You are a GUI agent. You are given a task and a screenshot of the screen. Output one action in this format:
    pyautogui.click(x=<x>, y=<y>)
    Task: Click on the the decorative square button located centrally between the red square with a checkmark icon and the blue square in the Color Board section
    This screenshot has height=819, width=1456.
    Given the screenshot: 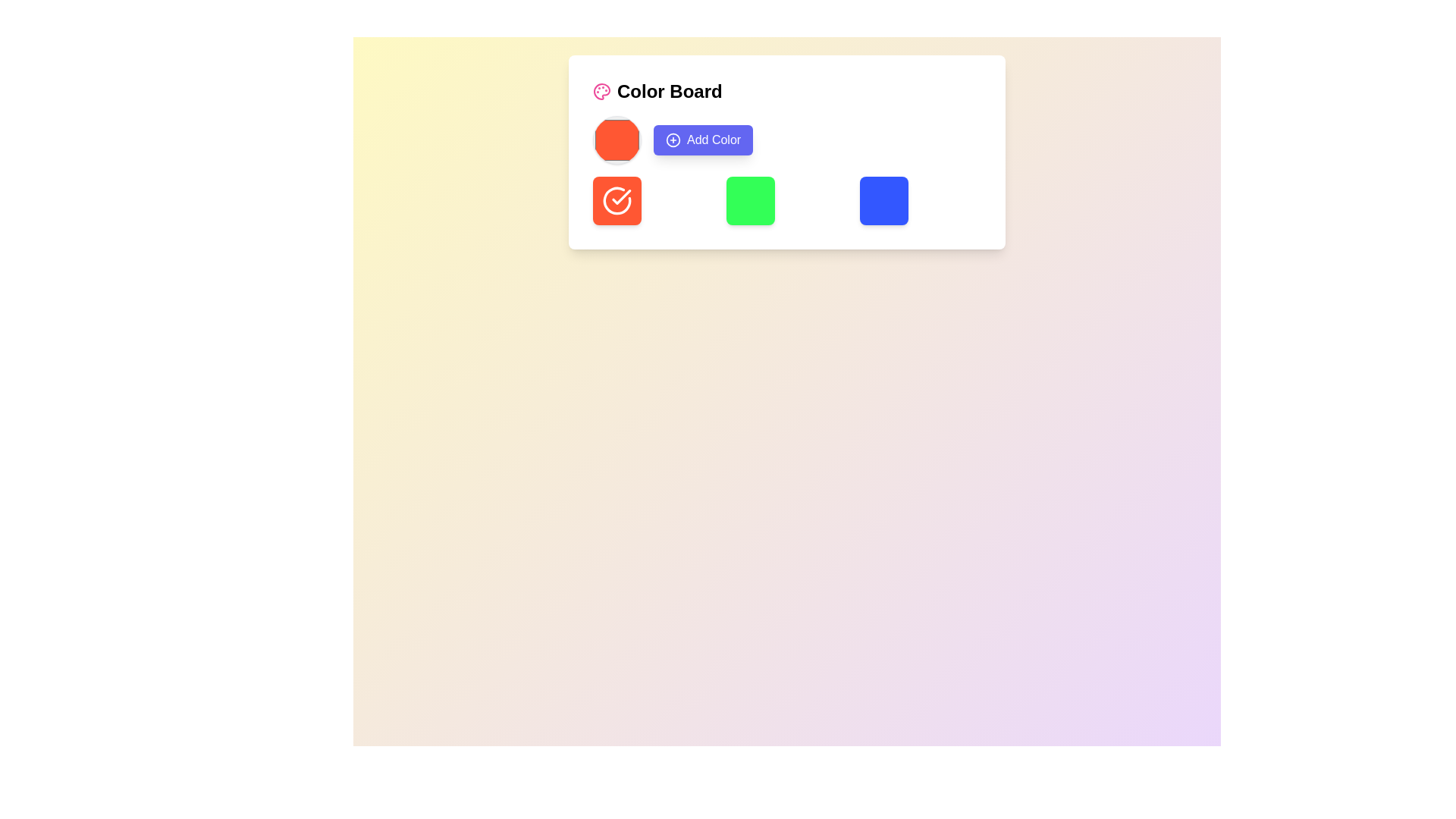 What is the action you would take?
    pyautogui.click(x=750, y=200)
    